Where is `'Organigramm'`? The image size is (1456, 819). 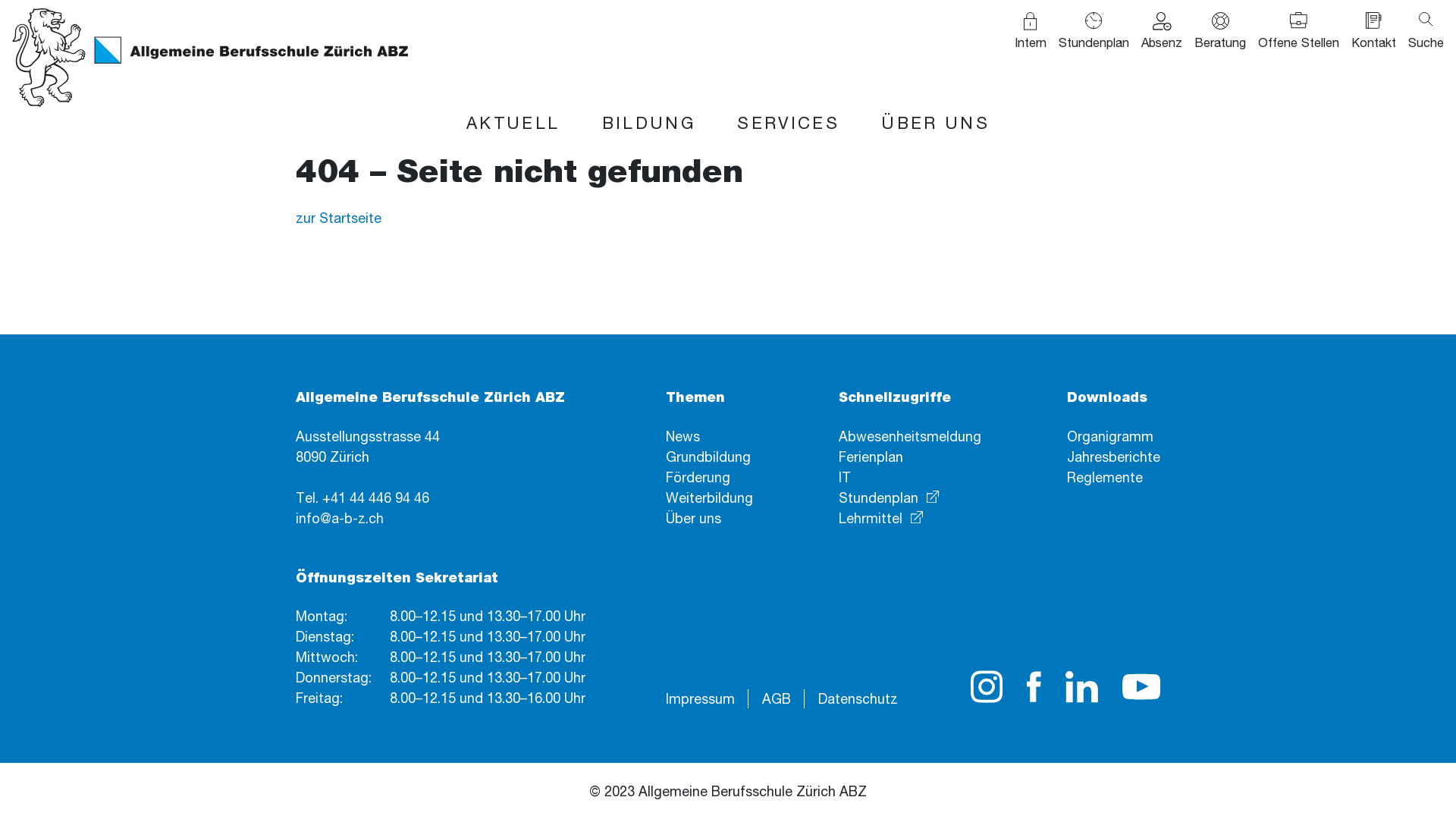 'Organigramm' is located at coordinates (1110, 435).